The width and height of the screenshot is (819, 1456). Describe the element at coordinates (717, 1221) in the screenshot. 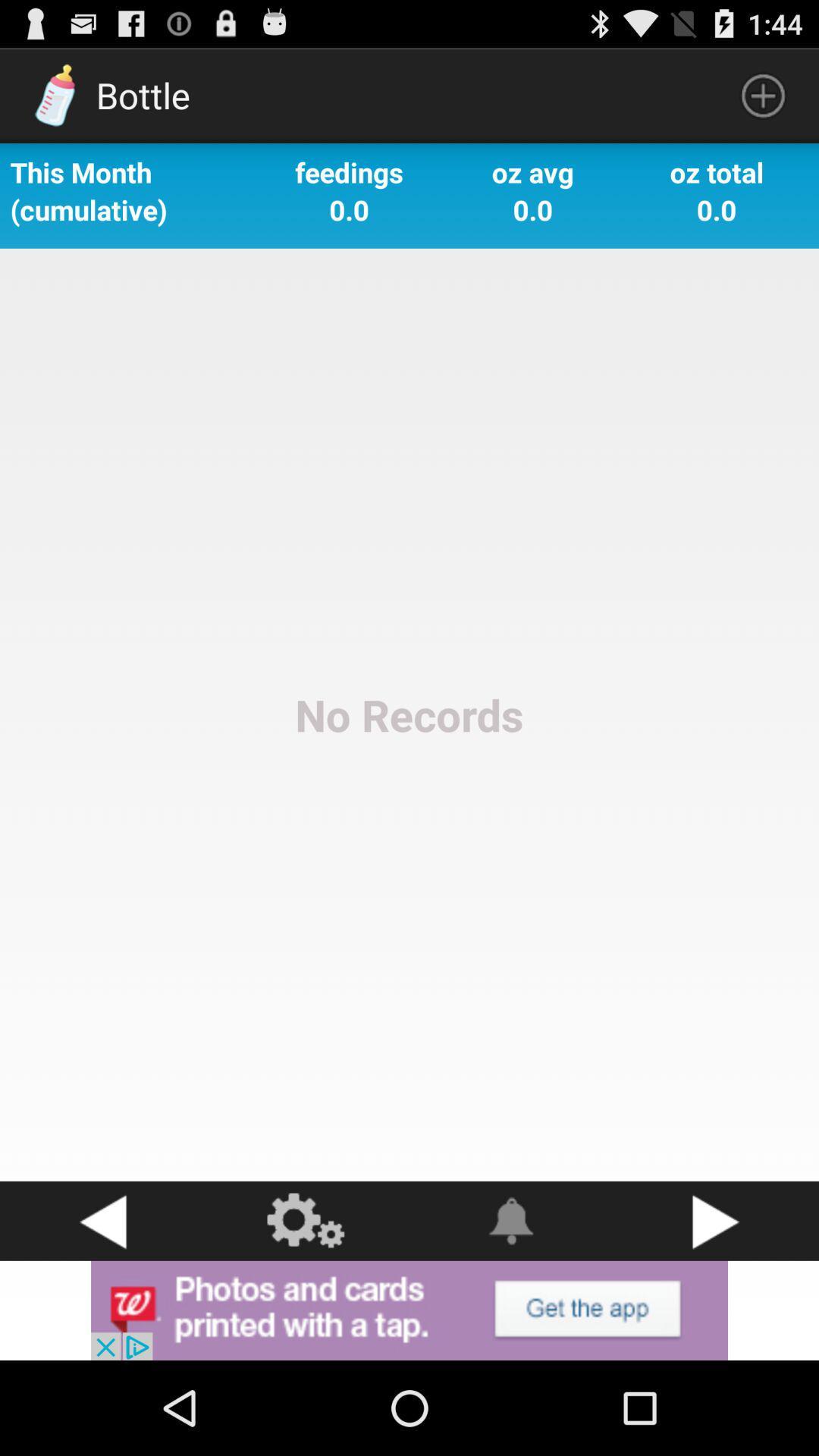

I see `go next` at that location.